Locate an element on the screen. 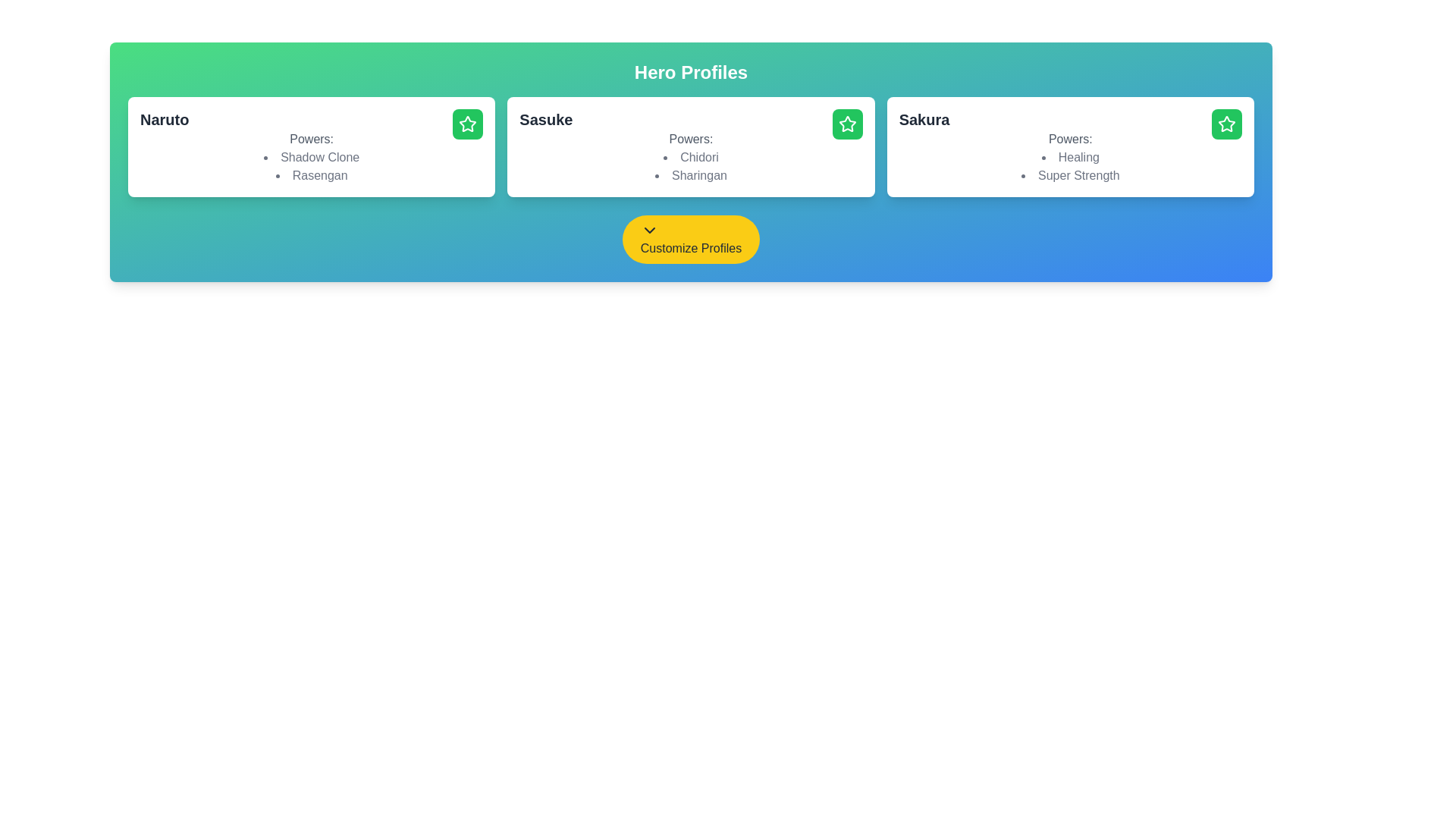 This screenshot has height=819, width=1456. the star-shaped icon outlined in green located in the top-right corner of the 'Naruto' card is located at coordinates (467, 123).